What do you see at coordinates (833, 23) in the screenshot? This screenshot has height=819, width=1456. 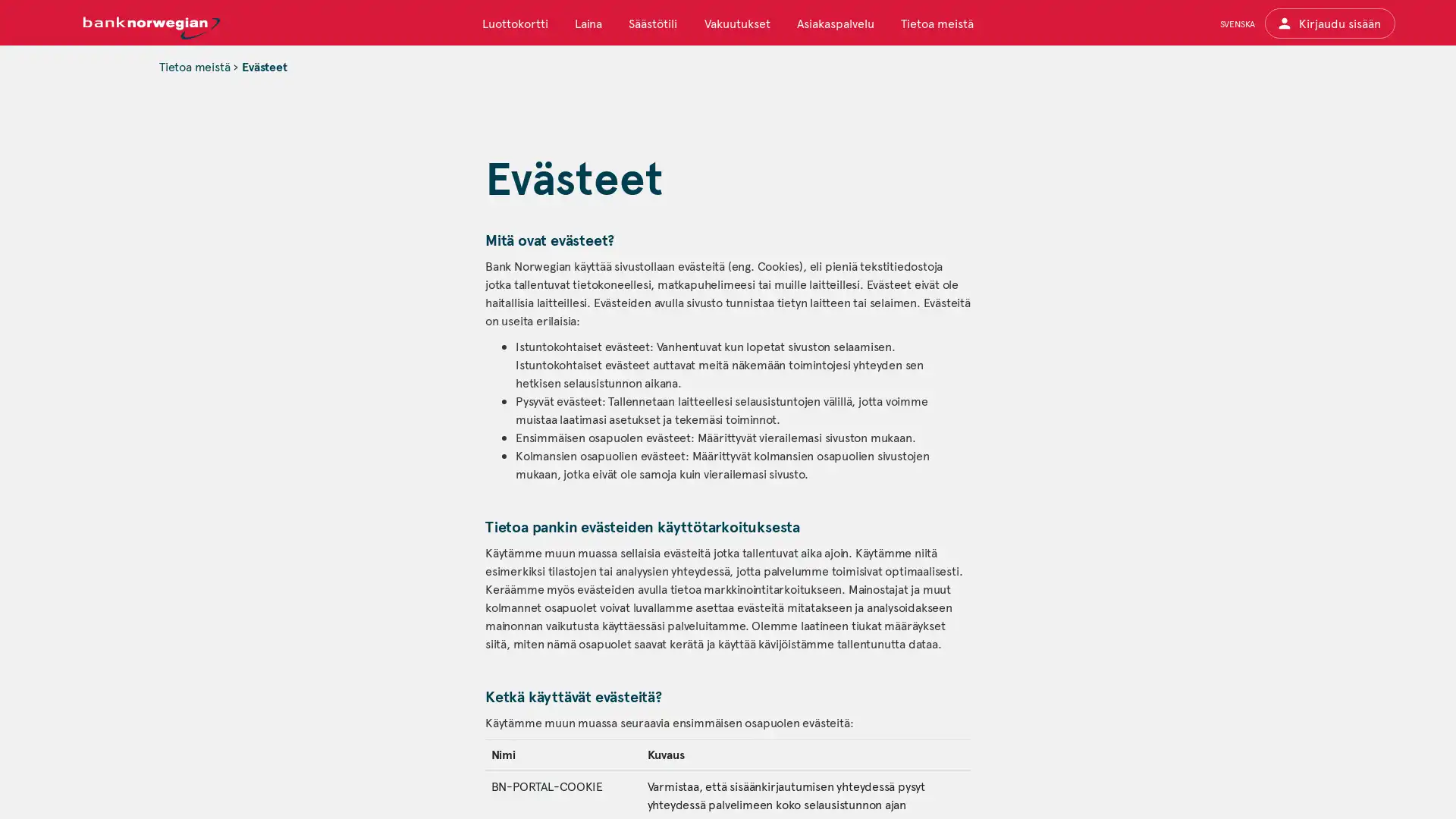 I see `Asiakaspalvelu` at bounding box center [833, 23].